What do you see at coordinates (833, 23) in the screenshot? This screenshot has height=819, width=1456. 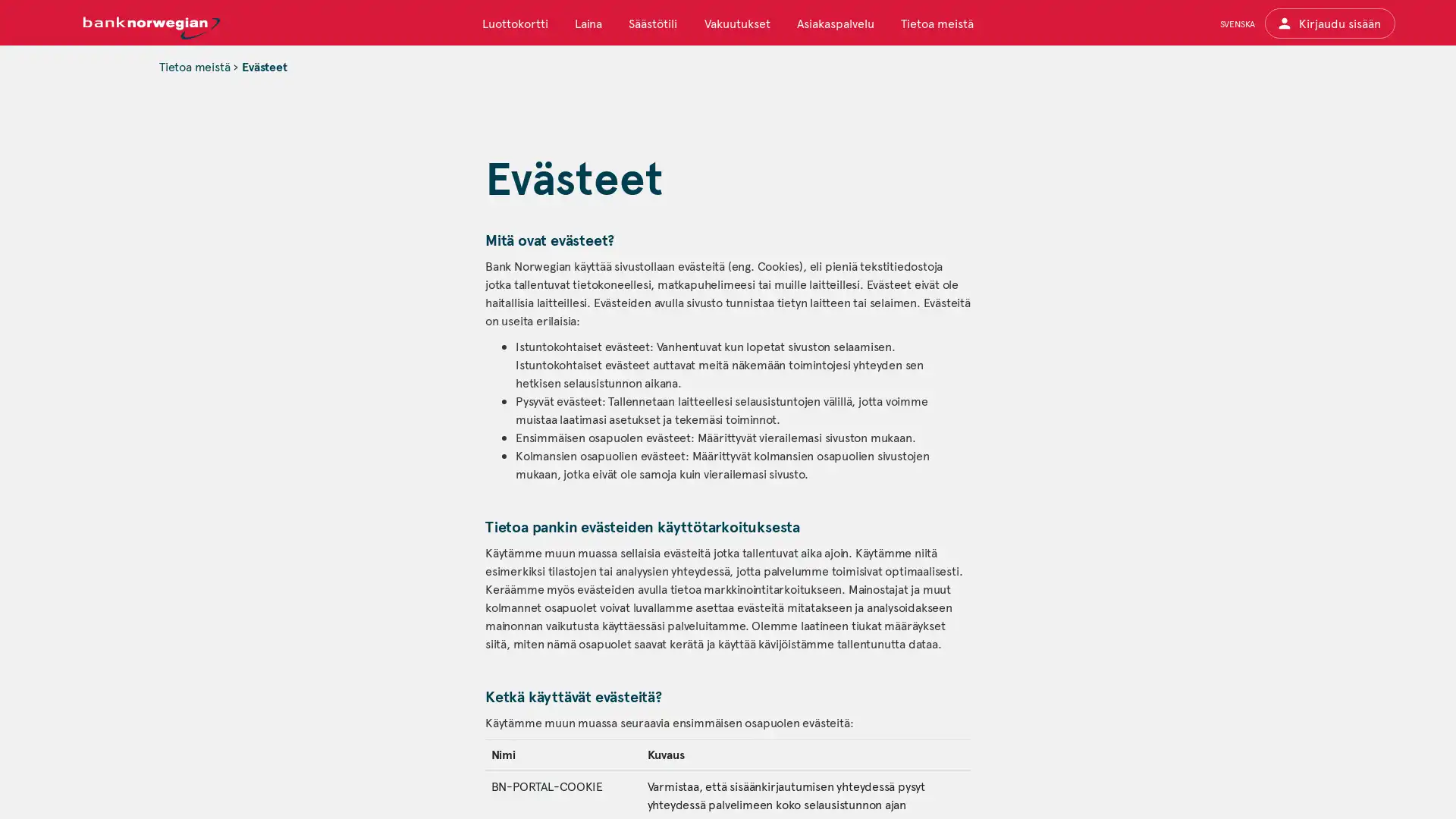 I see `Asiakaspalvelu` at bounding box center [833, 23].